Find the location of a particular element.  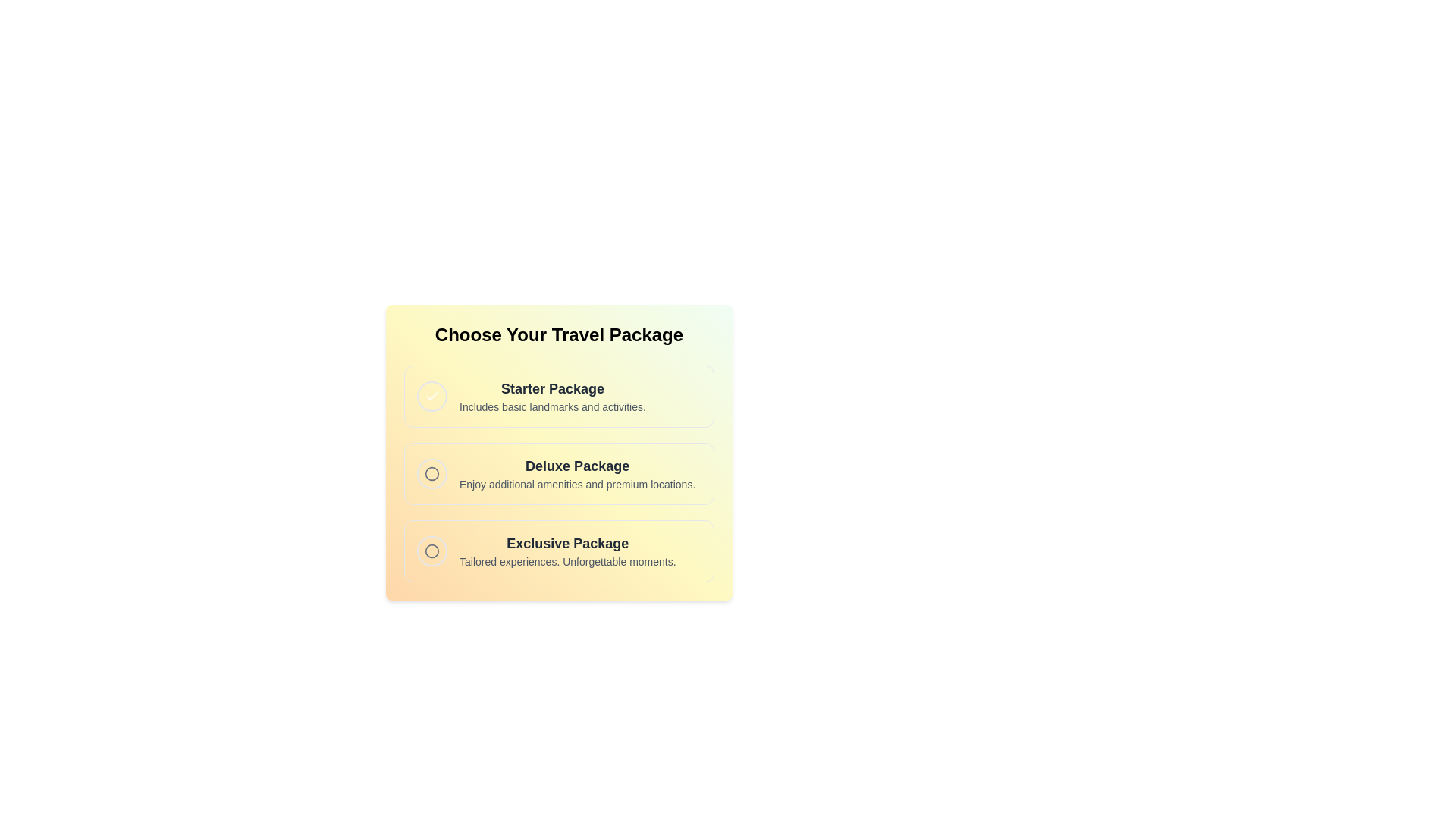

the text element that reads 'Enjoy additional amenities and premium locations.' which is located below the 'Deluxe Package' header in the selection card is located at coordinates (576, 485).